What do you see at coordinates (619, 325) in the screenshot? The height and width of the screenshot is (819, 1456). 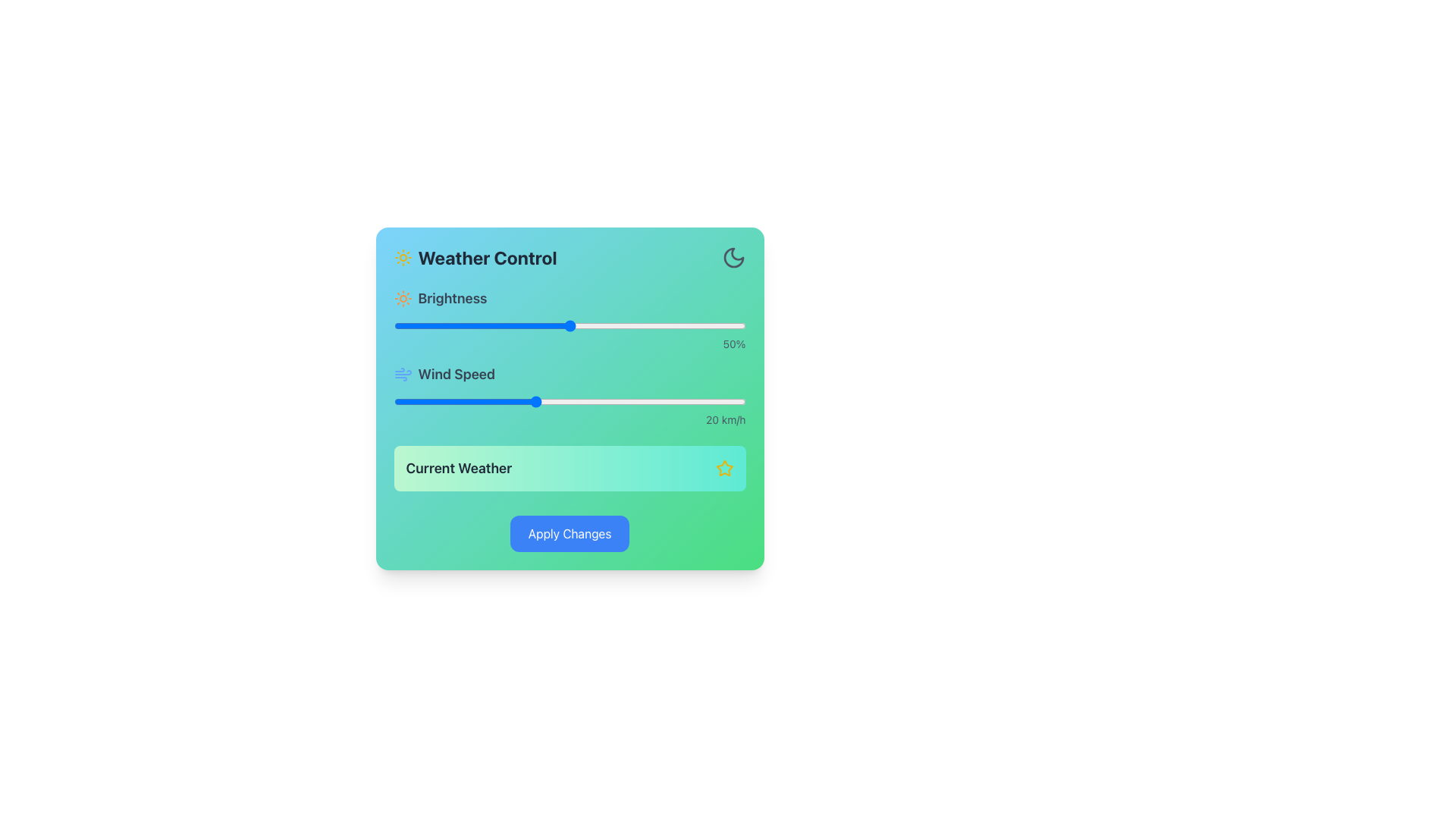 I see `the brightness level` at bounding box center [619, 325].